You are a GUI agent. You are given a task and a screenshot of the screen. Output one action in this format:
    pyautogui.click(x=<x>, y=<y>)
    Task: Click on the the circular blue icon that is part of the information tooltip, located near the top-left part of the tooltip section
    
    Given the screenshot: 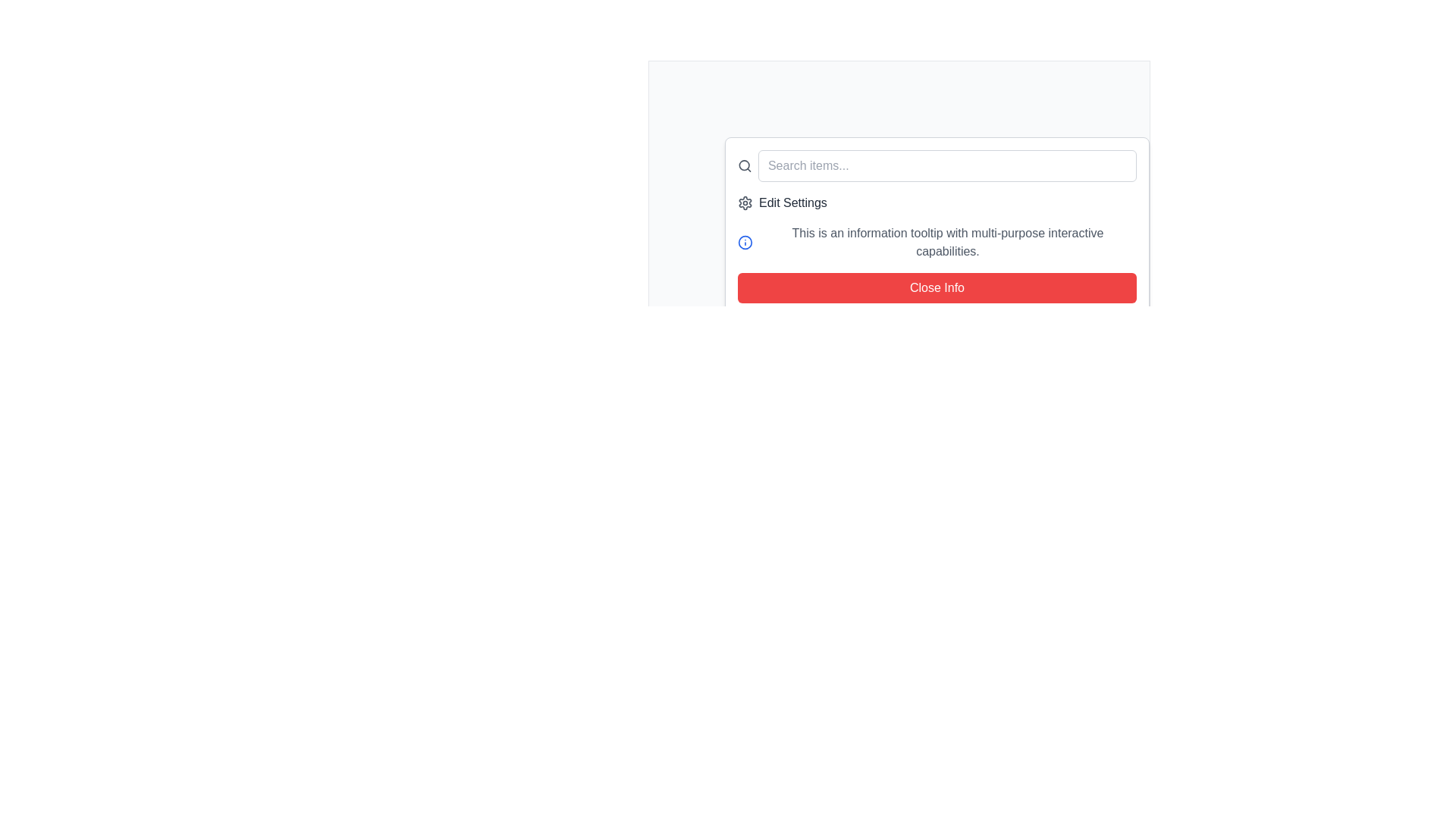 What is the action you would take?
    pyautogui.click(x=745, y=242)
    